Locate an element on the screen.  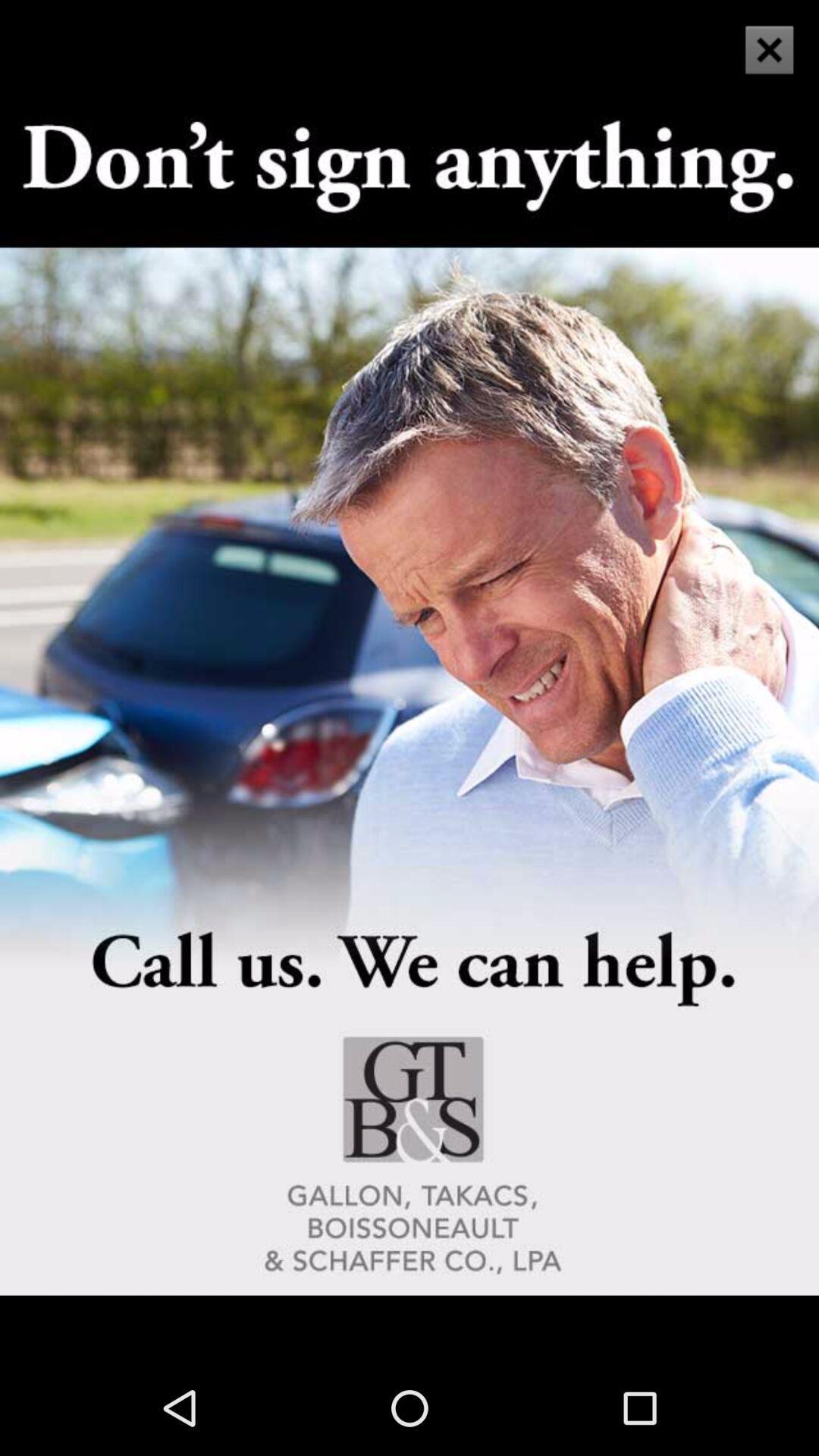
the close icon is located at coordinates (759, 63).